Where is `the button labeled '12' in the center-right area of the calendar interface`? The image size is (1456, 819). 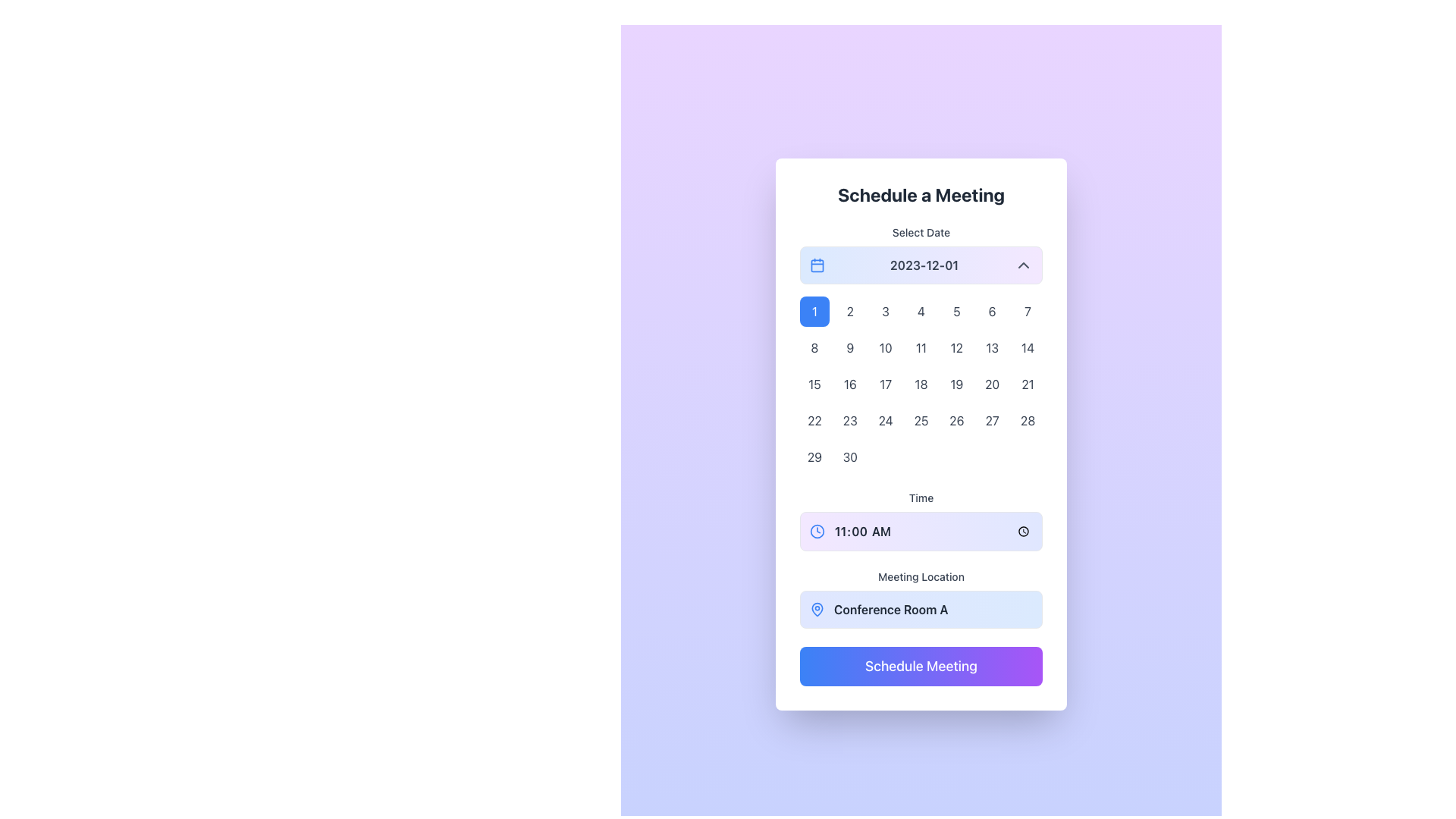
the button labeled '12' in the center-right area of the calendar interface is located at coordinates (955, 348).